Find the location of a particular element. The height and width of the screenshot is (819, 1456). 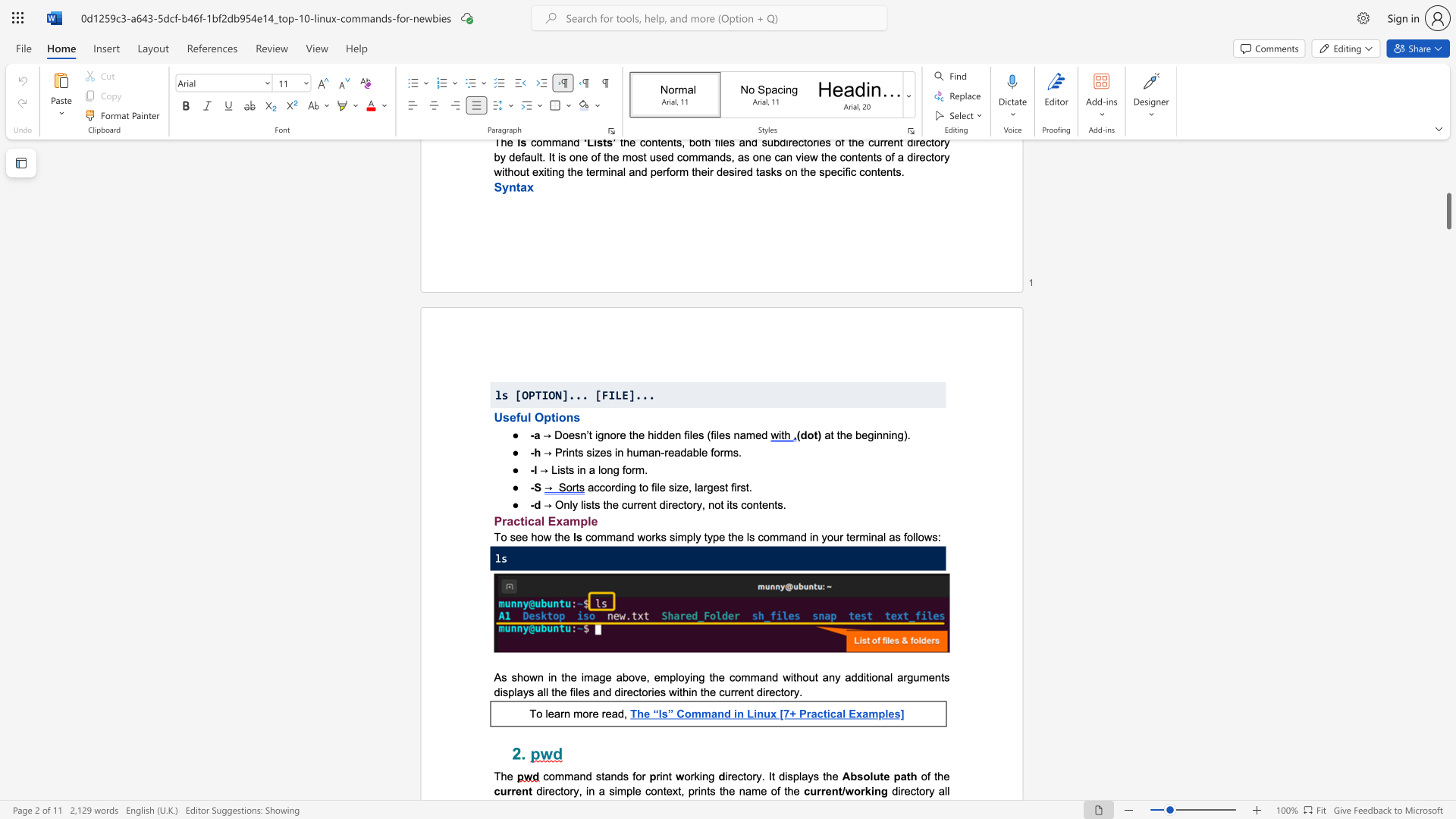

the 1th character "s" in the text is located at coordinates (789, 776).